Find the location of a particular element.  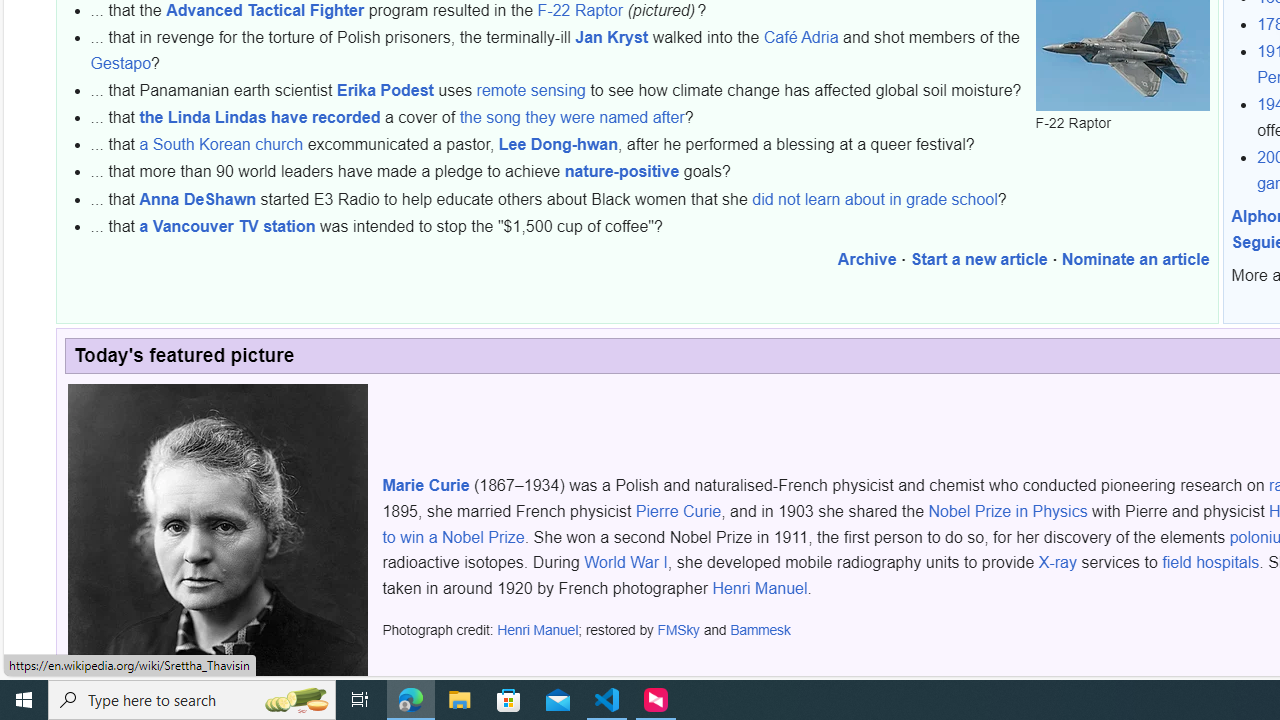

'the song they were named after' is located at coordinates (571, 117).